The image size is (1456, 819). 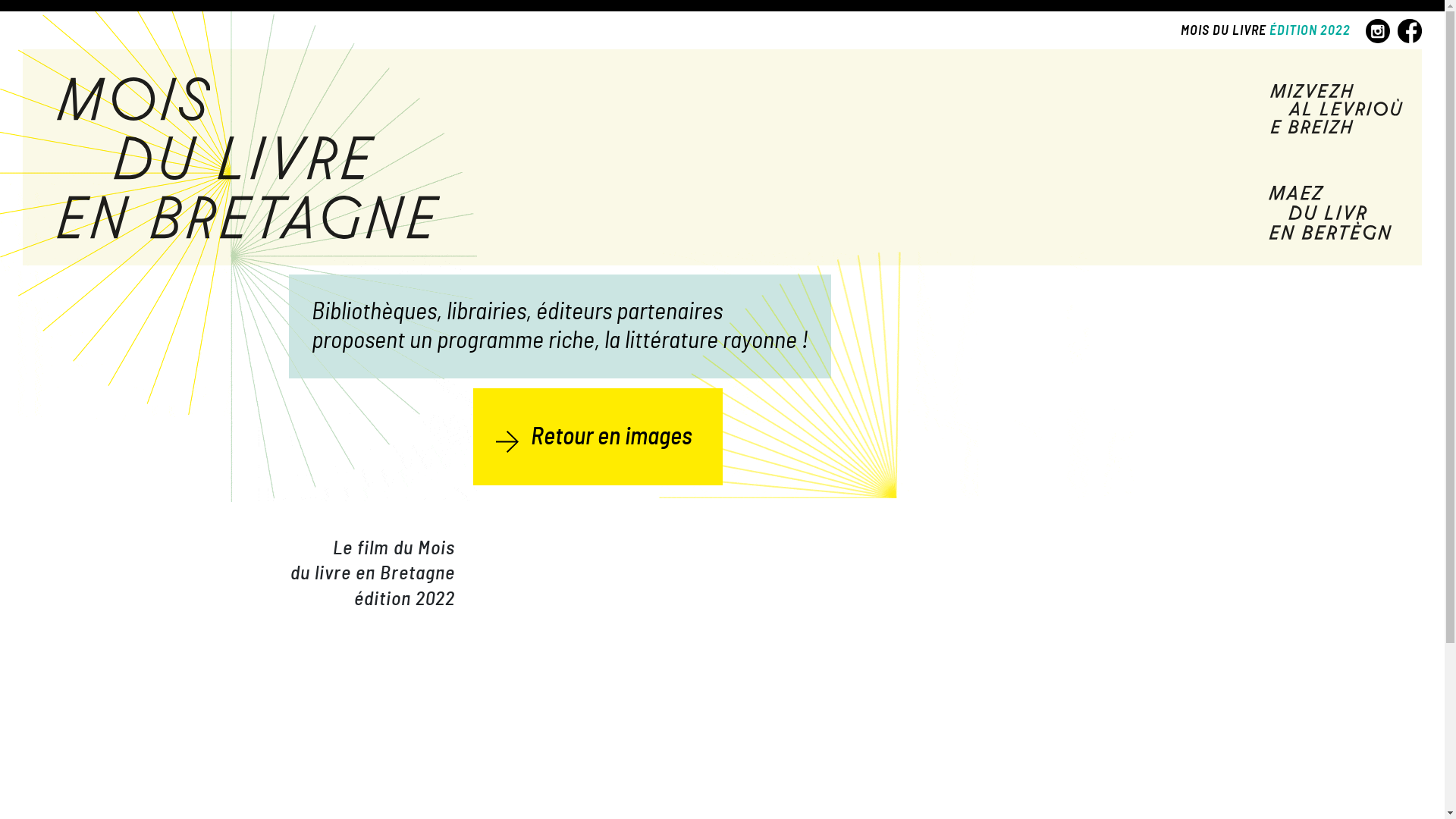 What do you see at coordinates (1179, 31) in the screenshot?
I see `'MOIS DU LIVRE'` at bounding box center [1179, 31].